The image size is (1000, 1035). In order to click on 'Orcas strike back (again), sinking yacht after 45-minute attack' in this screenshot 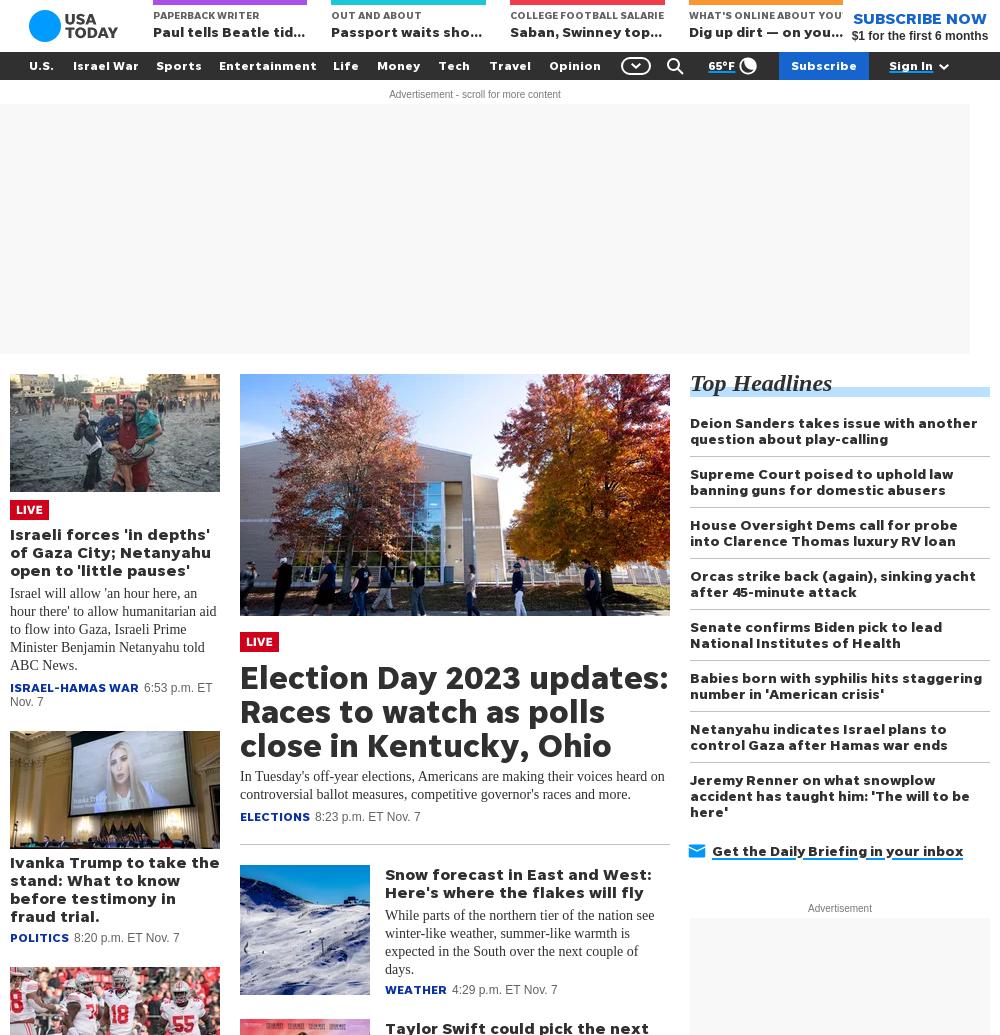, I will do `click(832, 582)`.